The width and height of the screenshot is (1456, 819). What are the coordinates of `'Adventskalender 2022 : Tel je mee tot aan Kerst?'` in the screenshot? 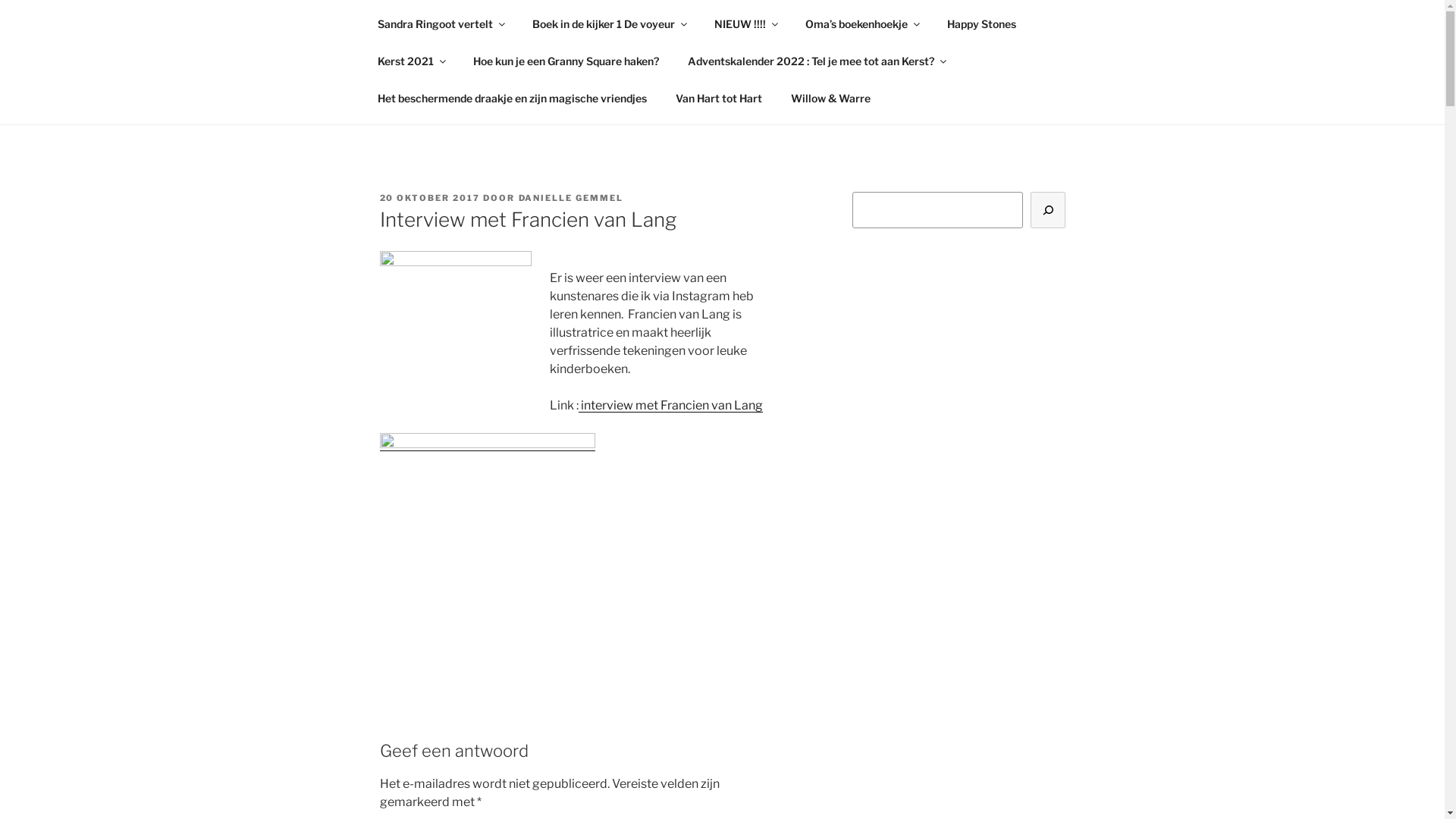 It's located at (815, 60).